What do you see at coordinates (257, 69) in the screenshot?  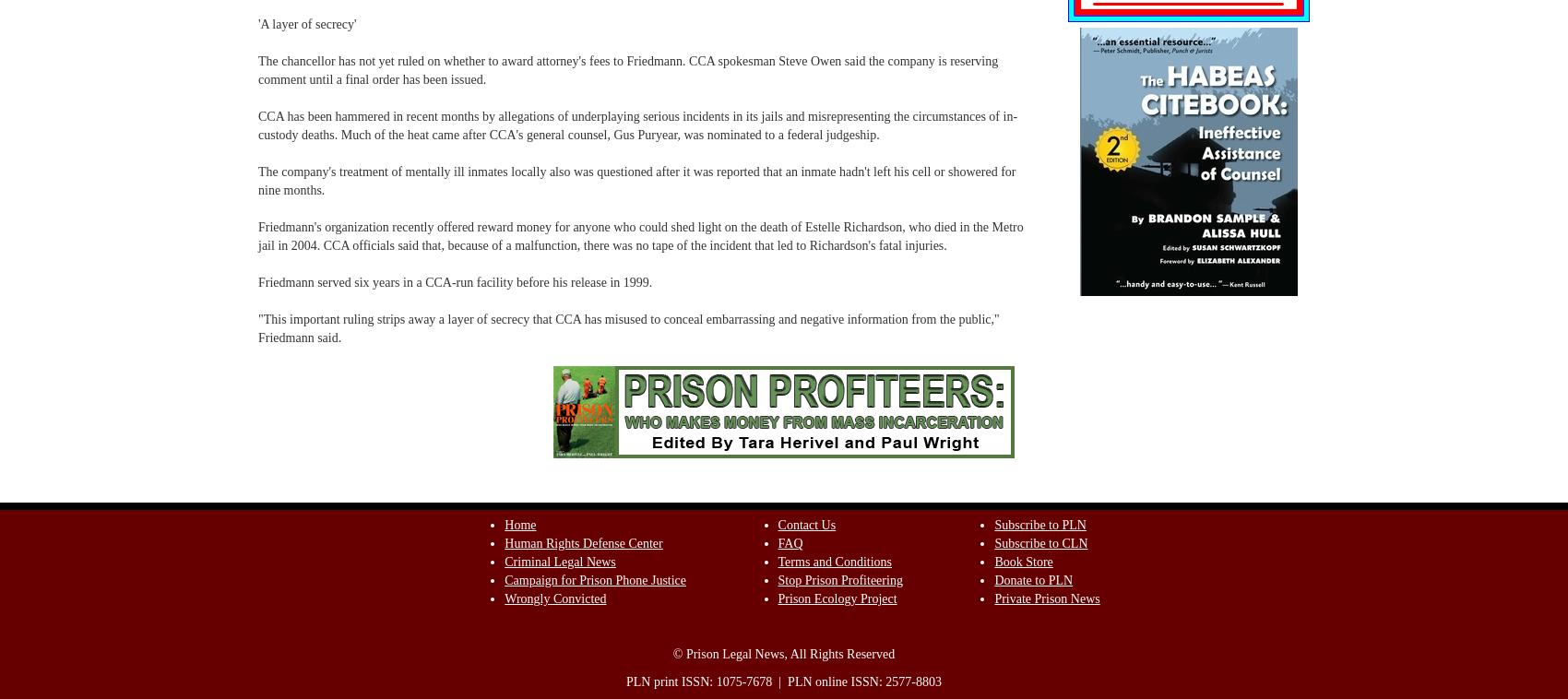 I see `'The chancellor has not yet ruled on whether to award attorney's fees to Friedmann. CCA spokesman Steve Owen said the company is reserving comment until a final order has been issued.'` at bounding box center [257, 69].